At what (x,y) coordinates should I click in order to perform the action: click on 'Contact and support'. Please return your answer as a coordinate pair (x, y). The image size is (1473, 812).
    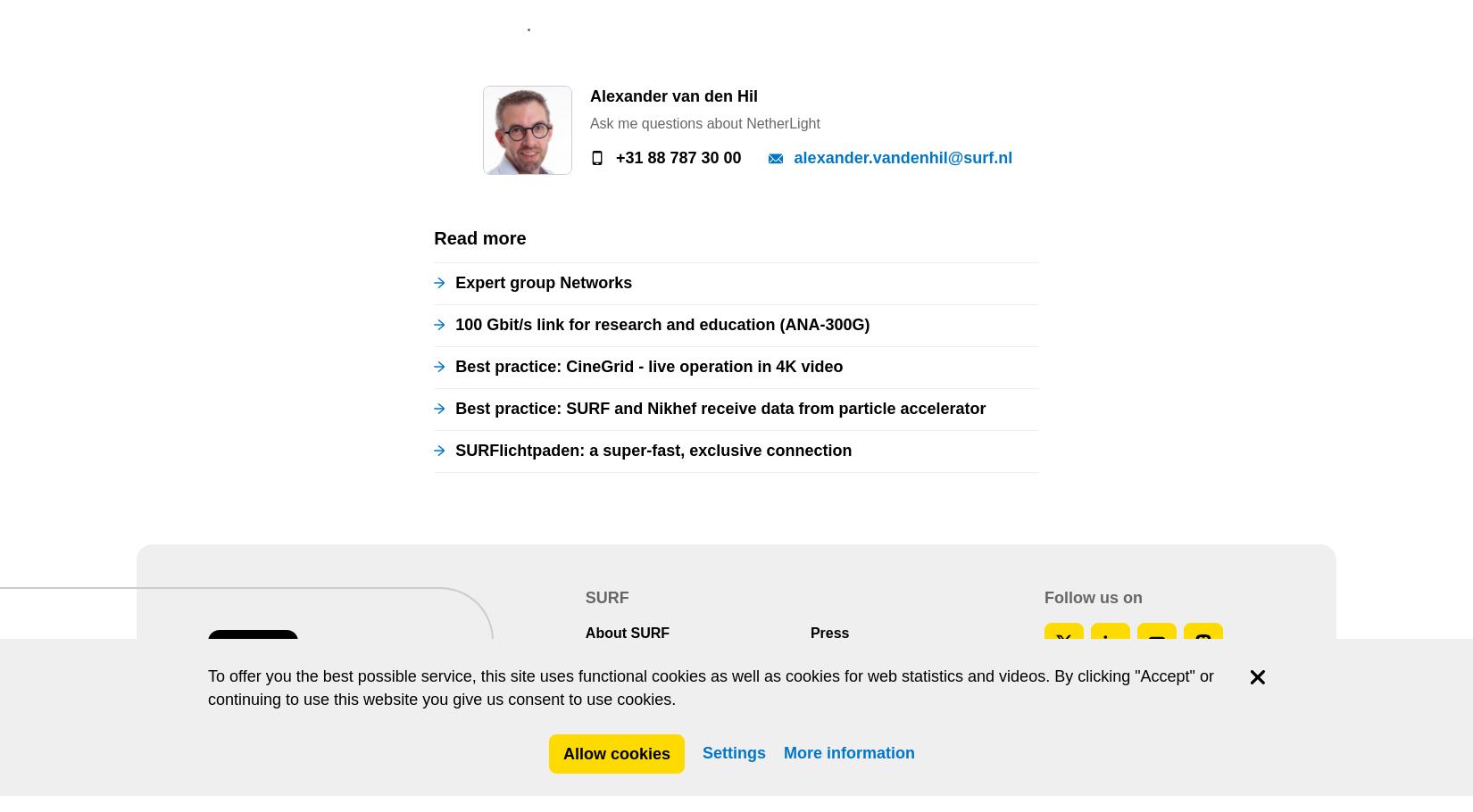
    Looking at the image, I should click on (653, 56).